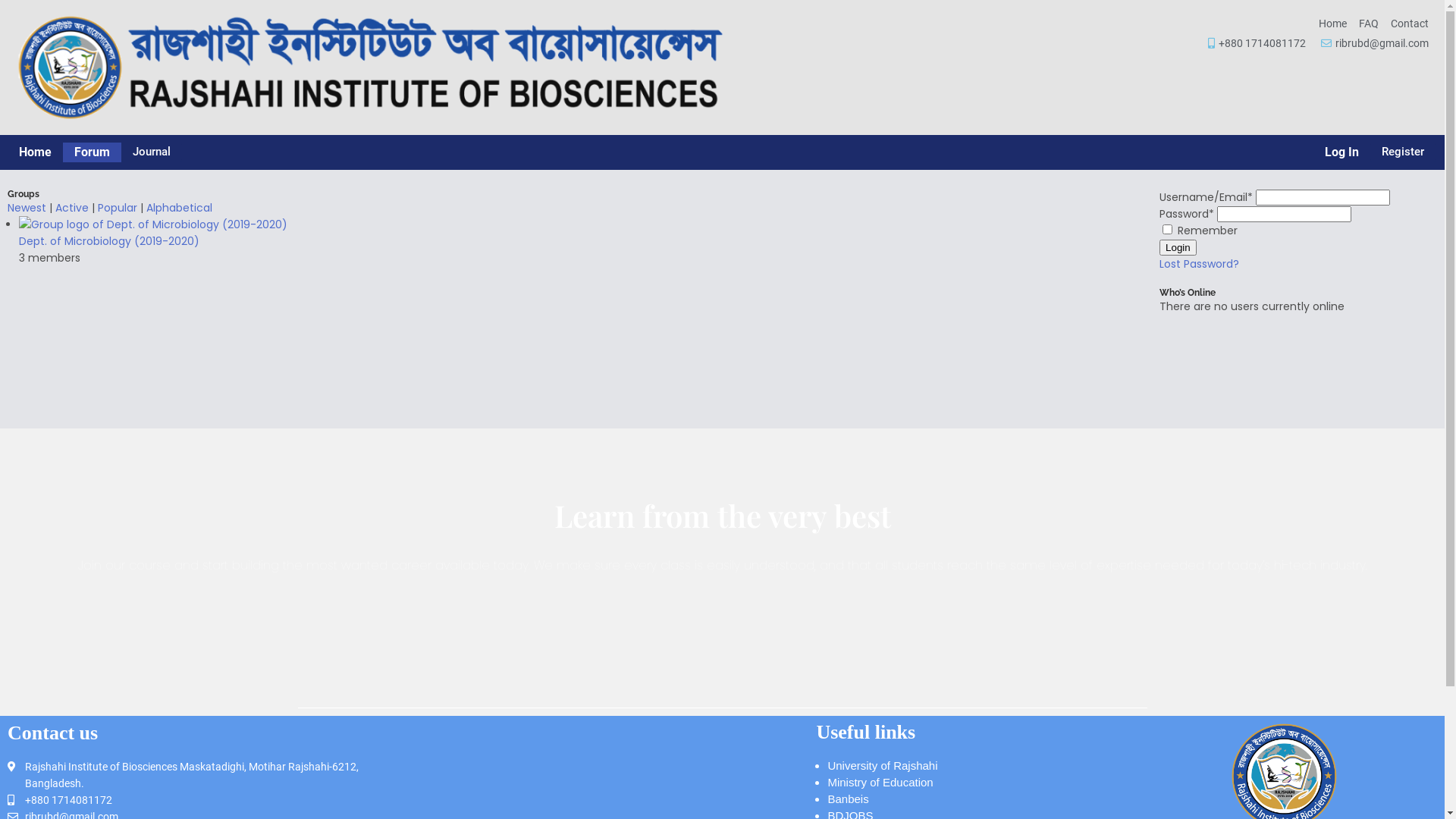  Describe the element at coordinates (179, 207) in the screenshot. I see `'Alphabetical'` at that location.